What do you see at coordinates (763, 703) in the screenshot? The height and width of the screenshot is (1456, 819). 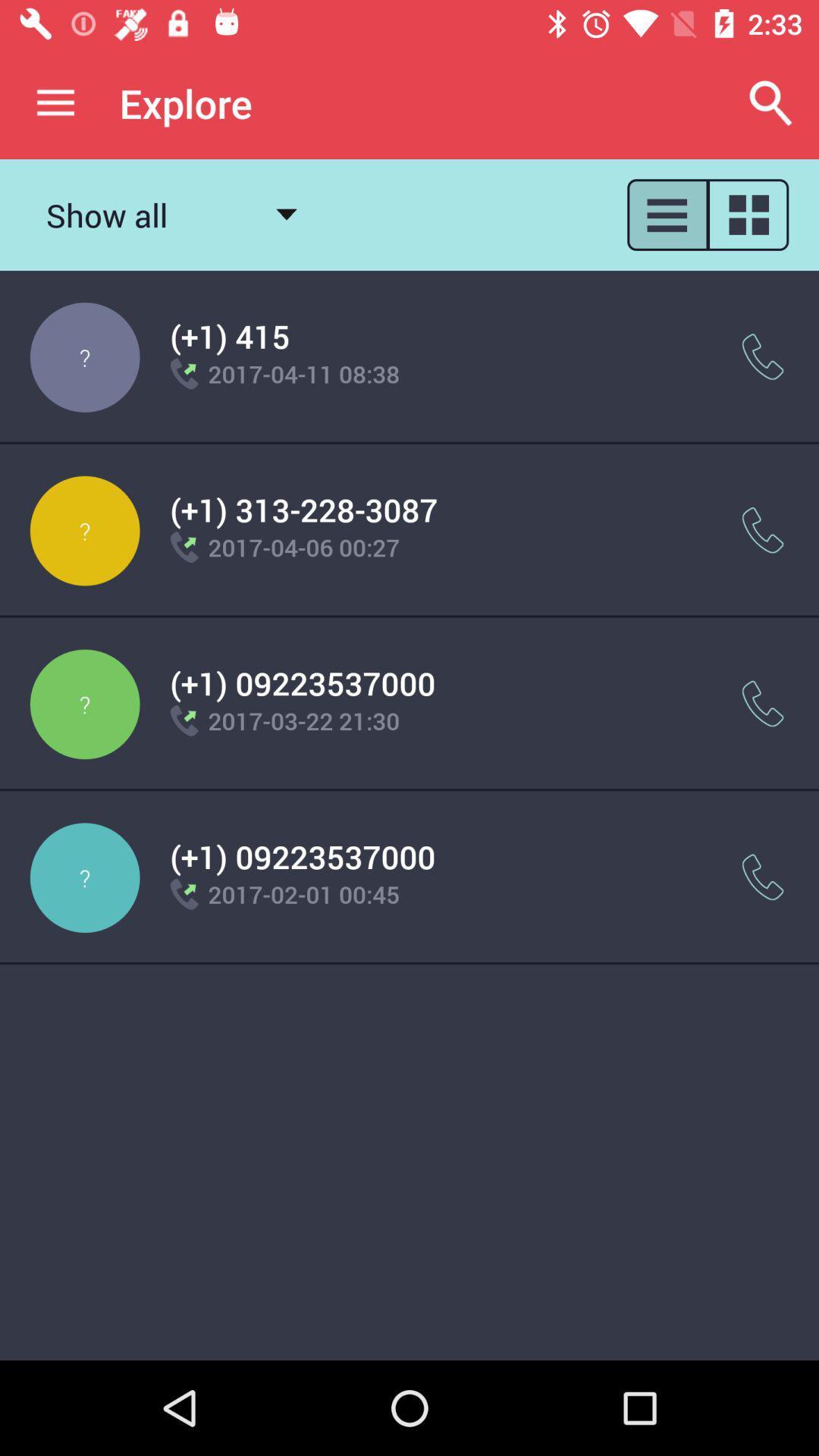 I see `the item next to the (+1) 09223537000` at bounding box center [763, 703].